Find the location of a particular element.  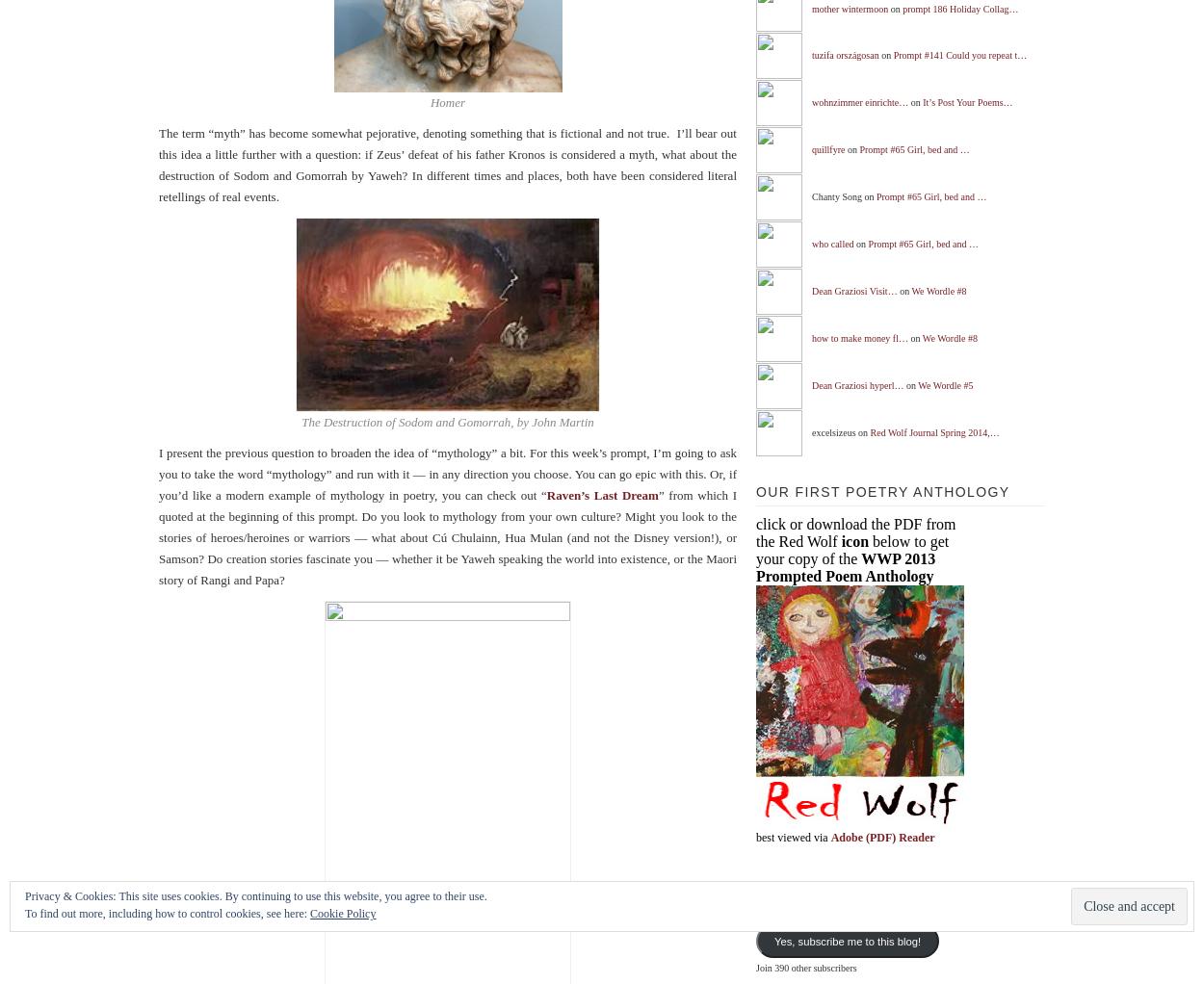

'quillfyre' is located at coordinates (826, 147).